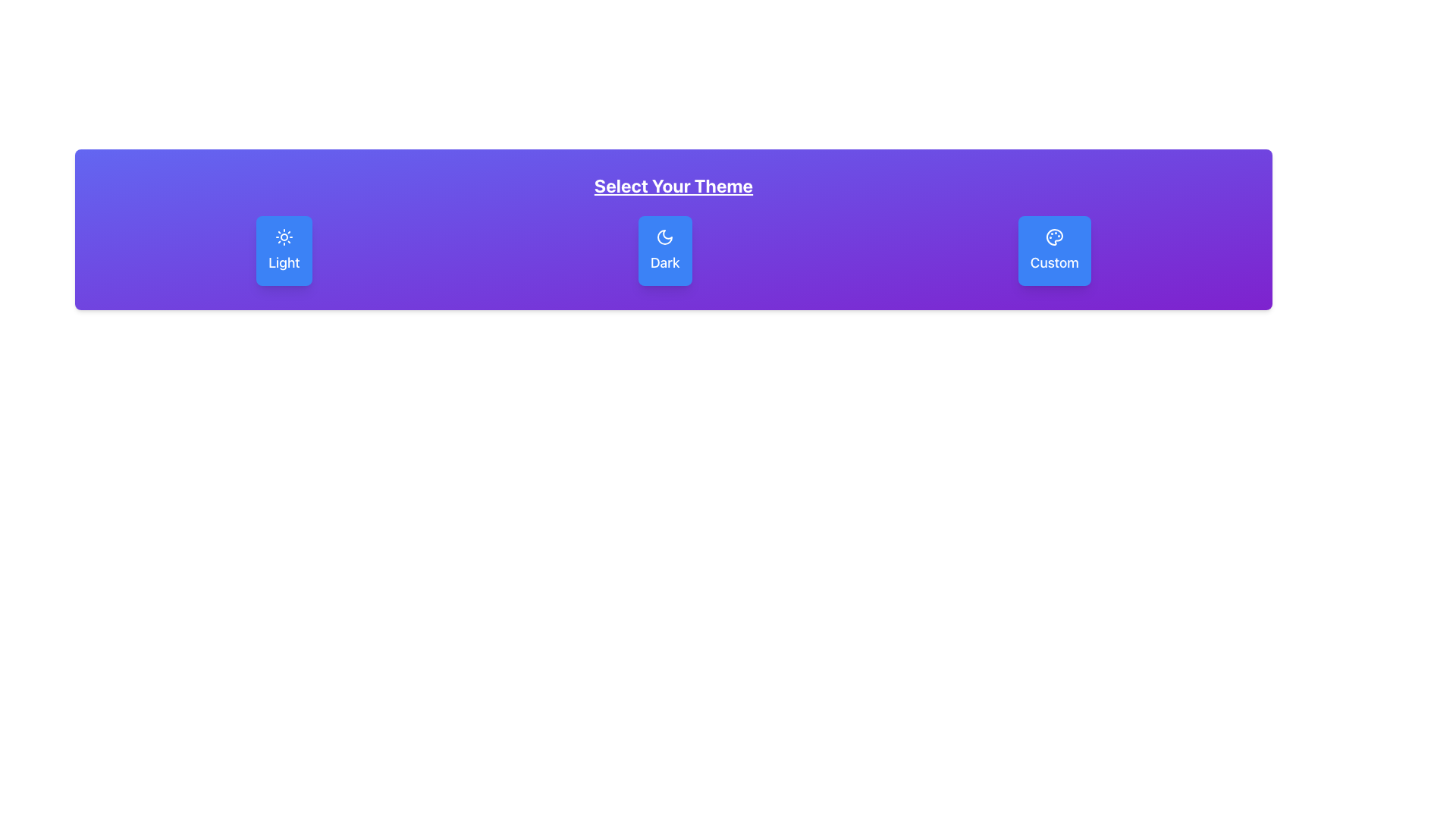  Describe the element at coordinates (665, 237) in the screenshot. I see `the 'Dark' theme icon in the theme selection interface, which is centrally located between the 'Light' and 'Custom' theme buttons` at that location.